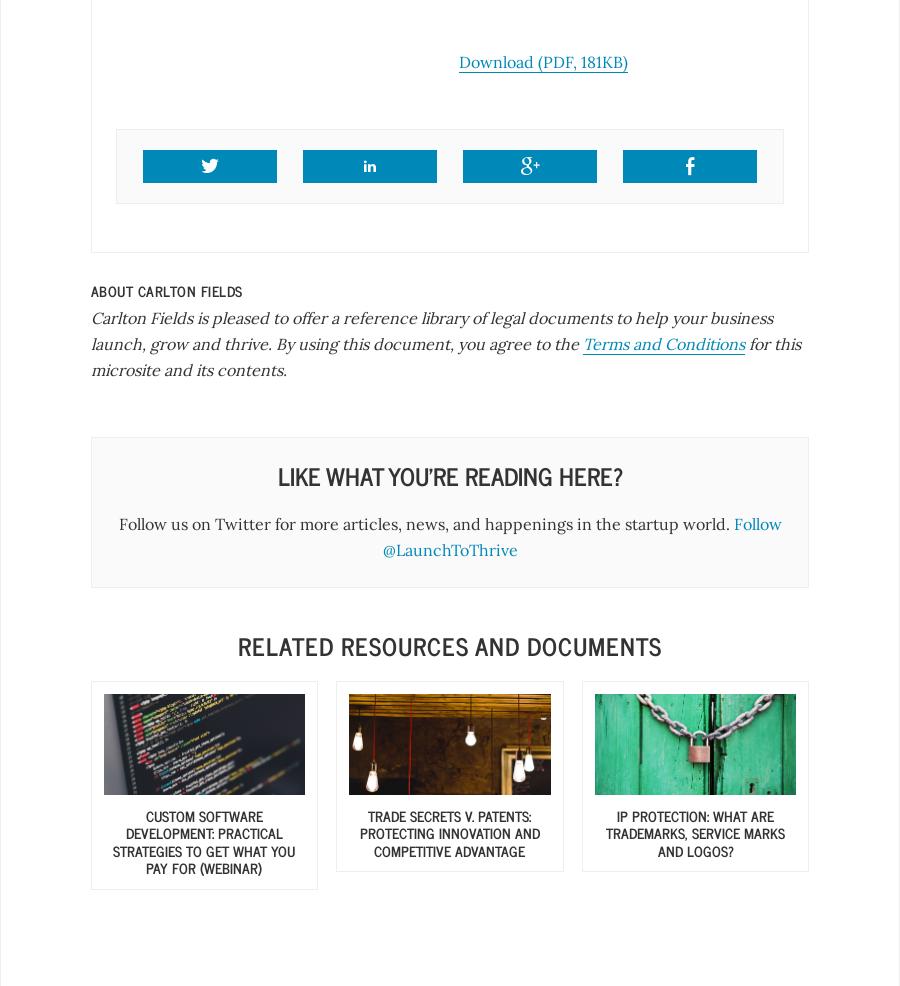  I want to click on 'About', so click(89, 289).